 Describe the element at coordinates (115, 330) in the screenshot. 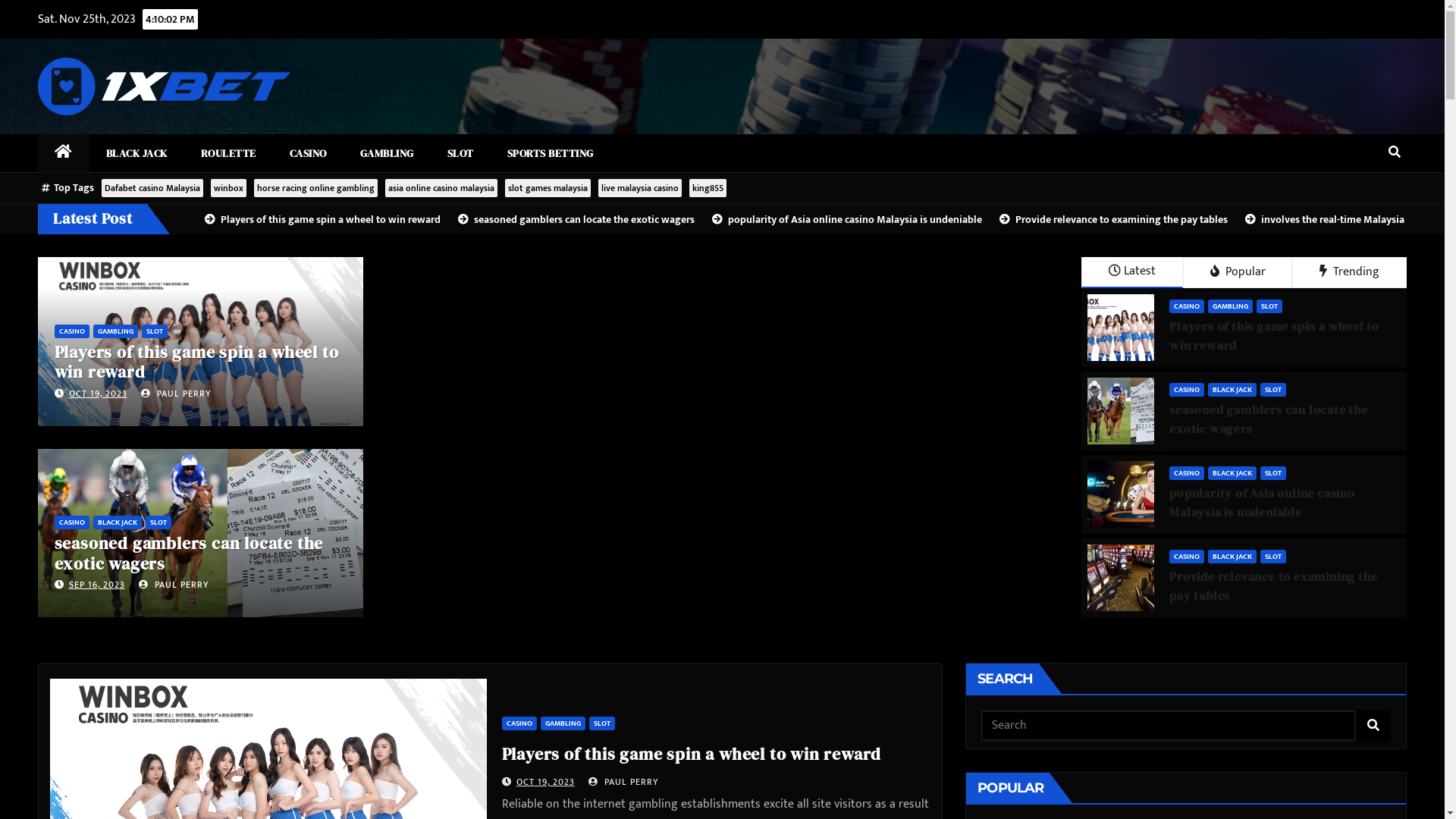

I see `'GAMBLING'` at that location.